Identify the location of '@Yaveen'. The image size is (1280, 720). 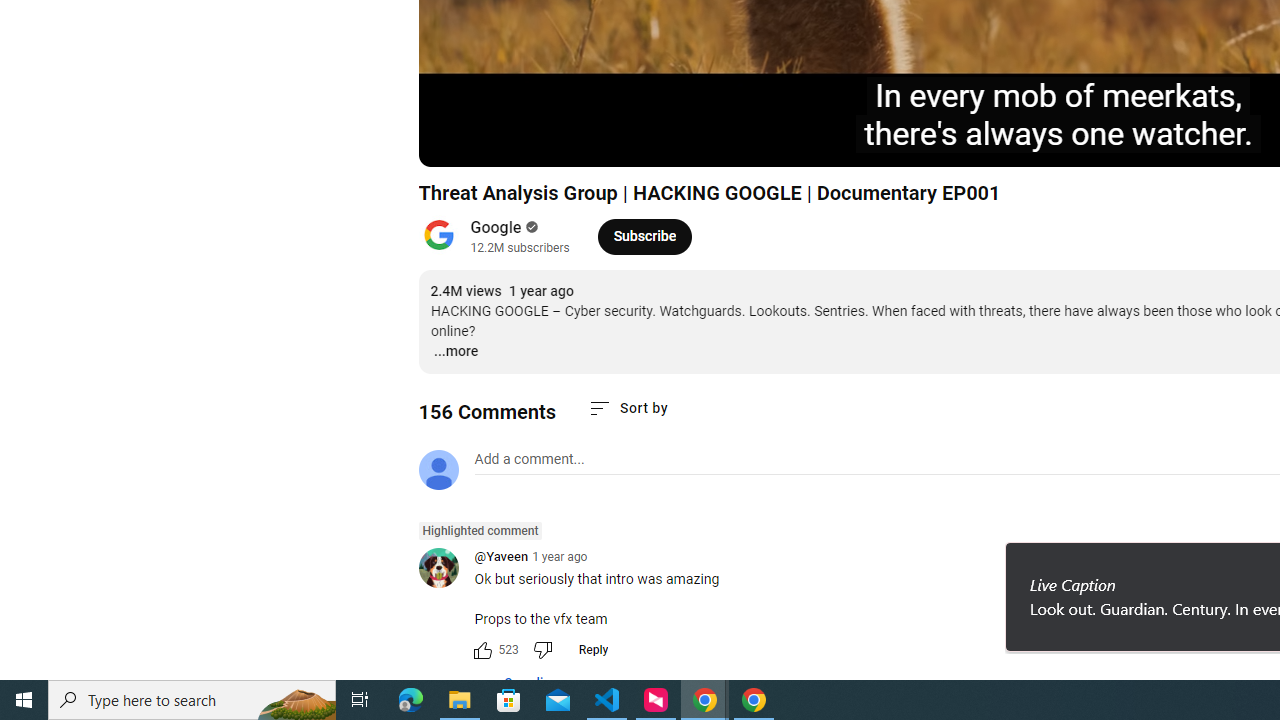
(445, 569).